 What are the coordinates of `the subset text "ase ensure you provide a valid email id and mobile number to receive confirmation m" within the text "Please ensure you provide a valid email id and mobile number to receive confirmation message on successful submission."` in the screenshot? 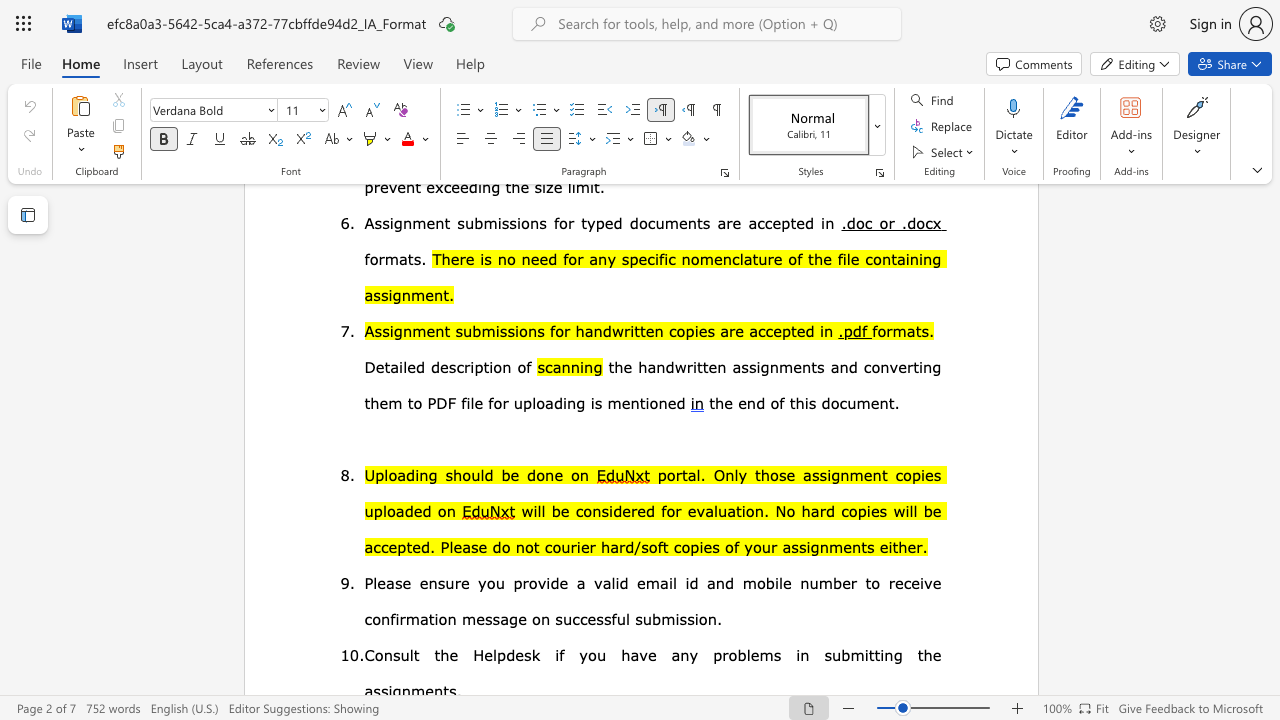 It's located at (386, 582).